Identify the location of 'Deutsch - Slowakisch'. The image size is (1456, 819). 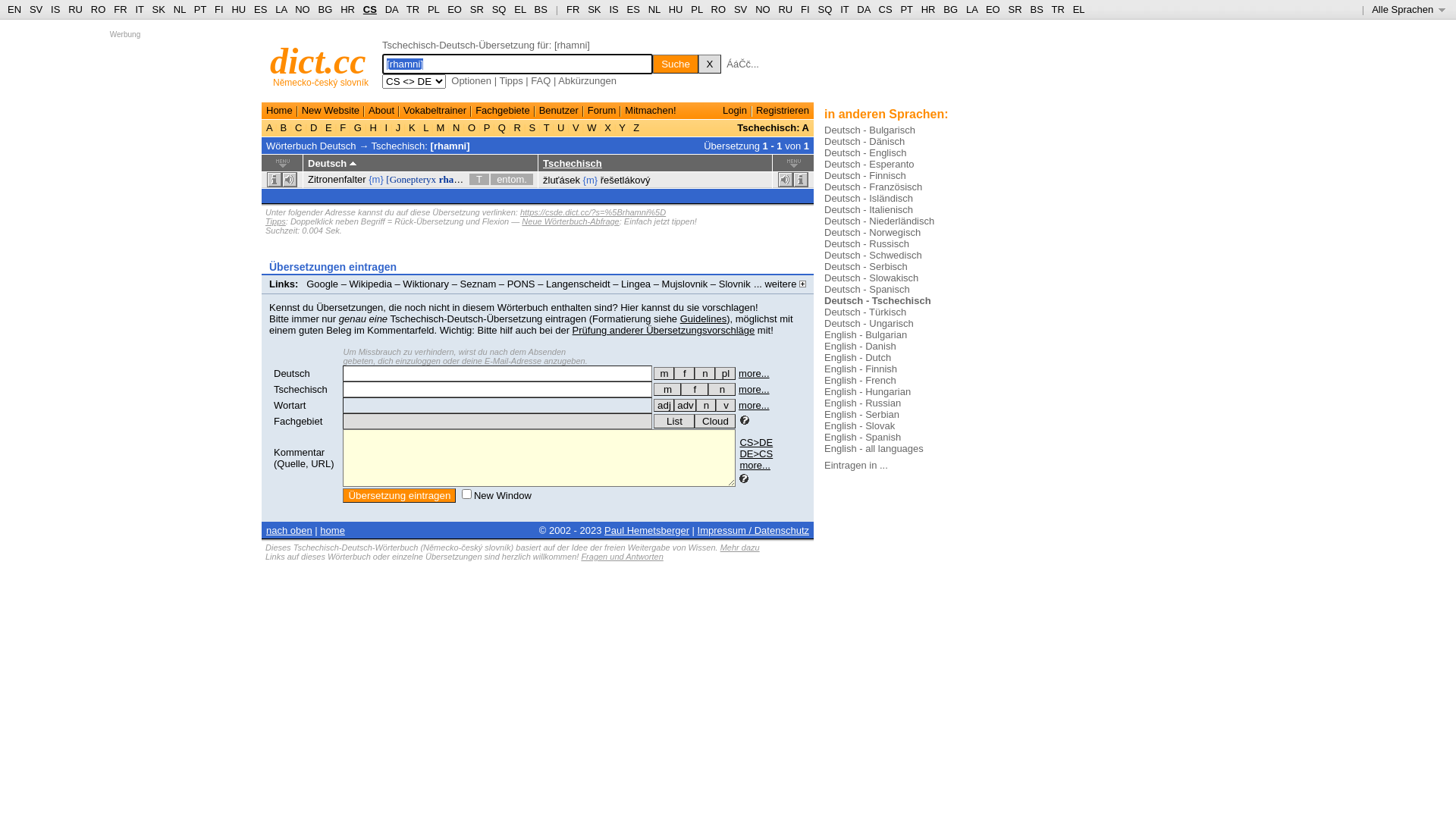
(871, 278).